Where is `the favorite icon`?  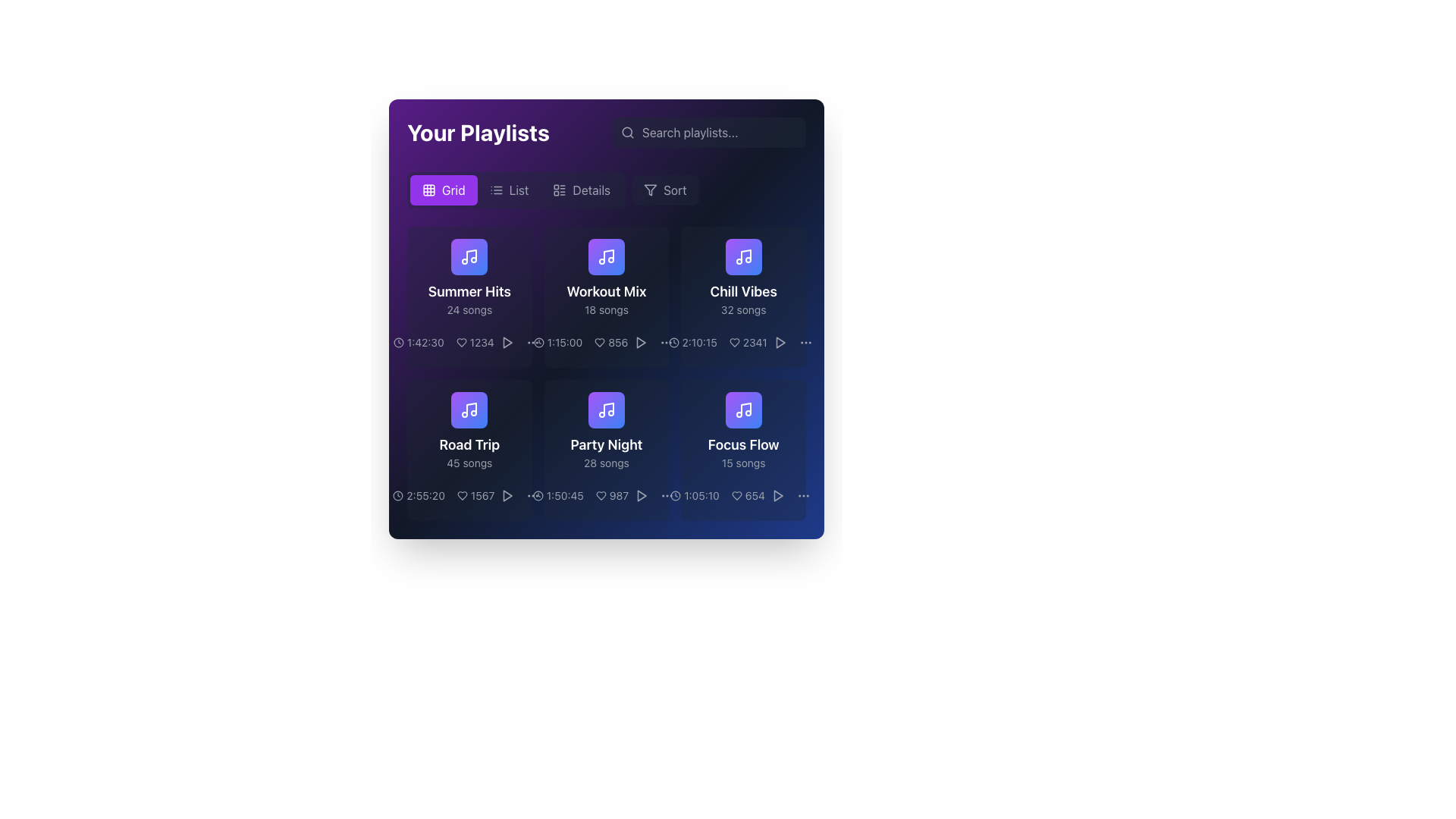 the favorite icon is located at coordinates (461, 496).